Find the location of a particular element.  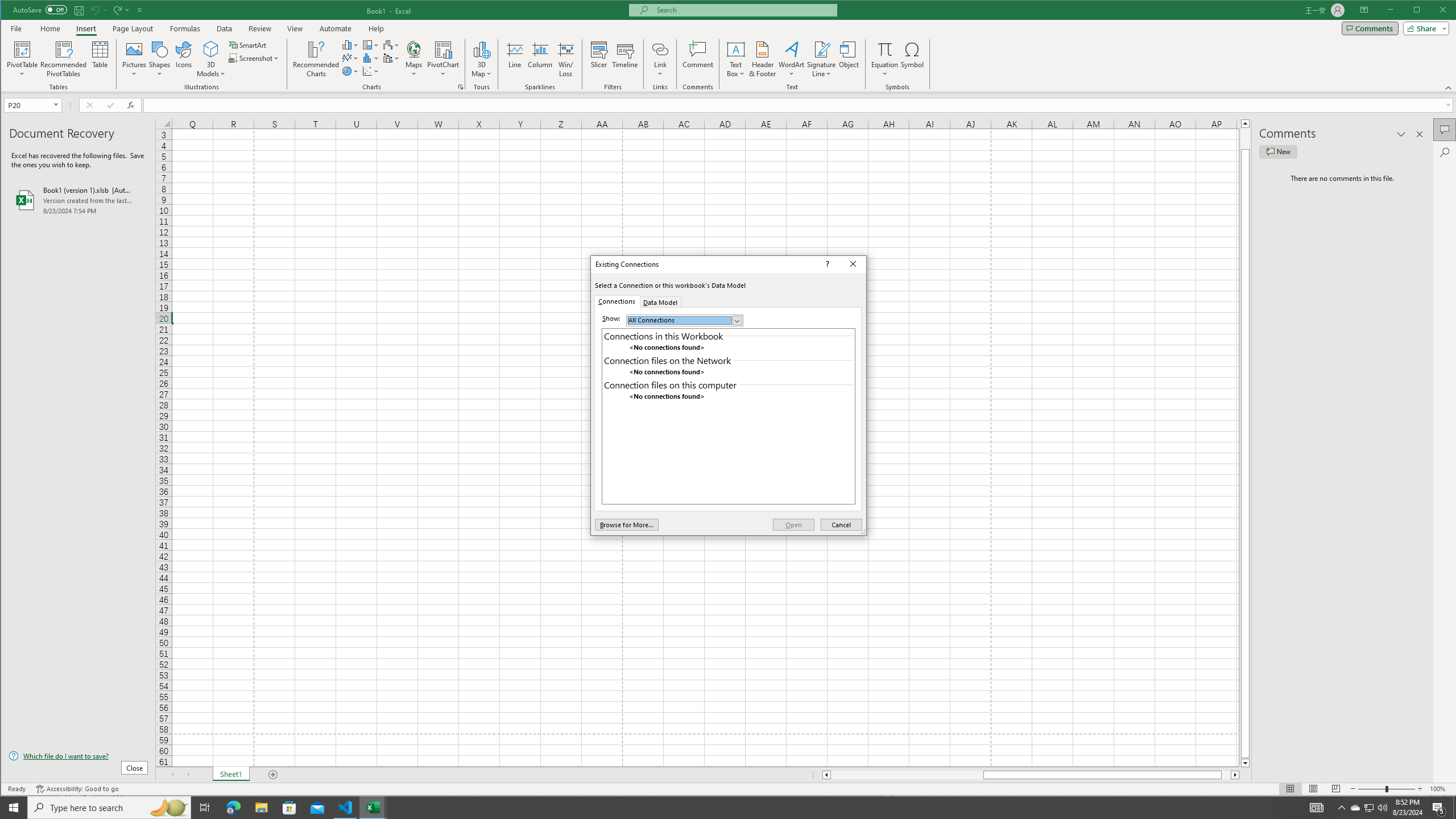

'Data' is located at coordinates (225, 28).